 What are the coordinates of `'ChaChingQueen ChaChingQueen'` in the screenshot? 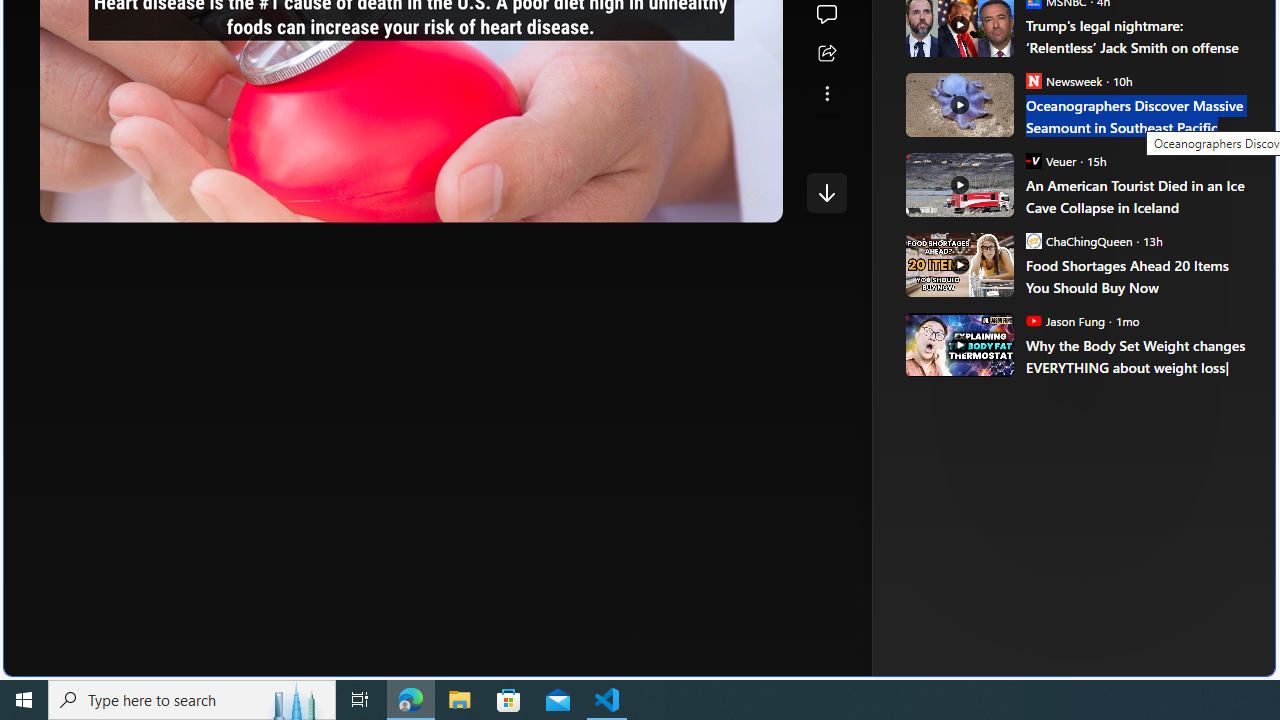 It's located at (1078, 239).